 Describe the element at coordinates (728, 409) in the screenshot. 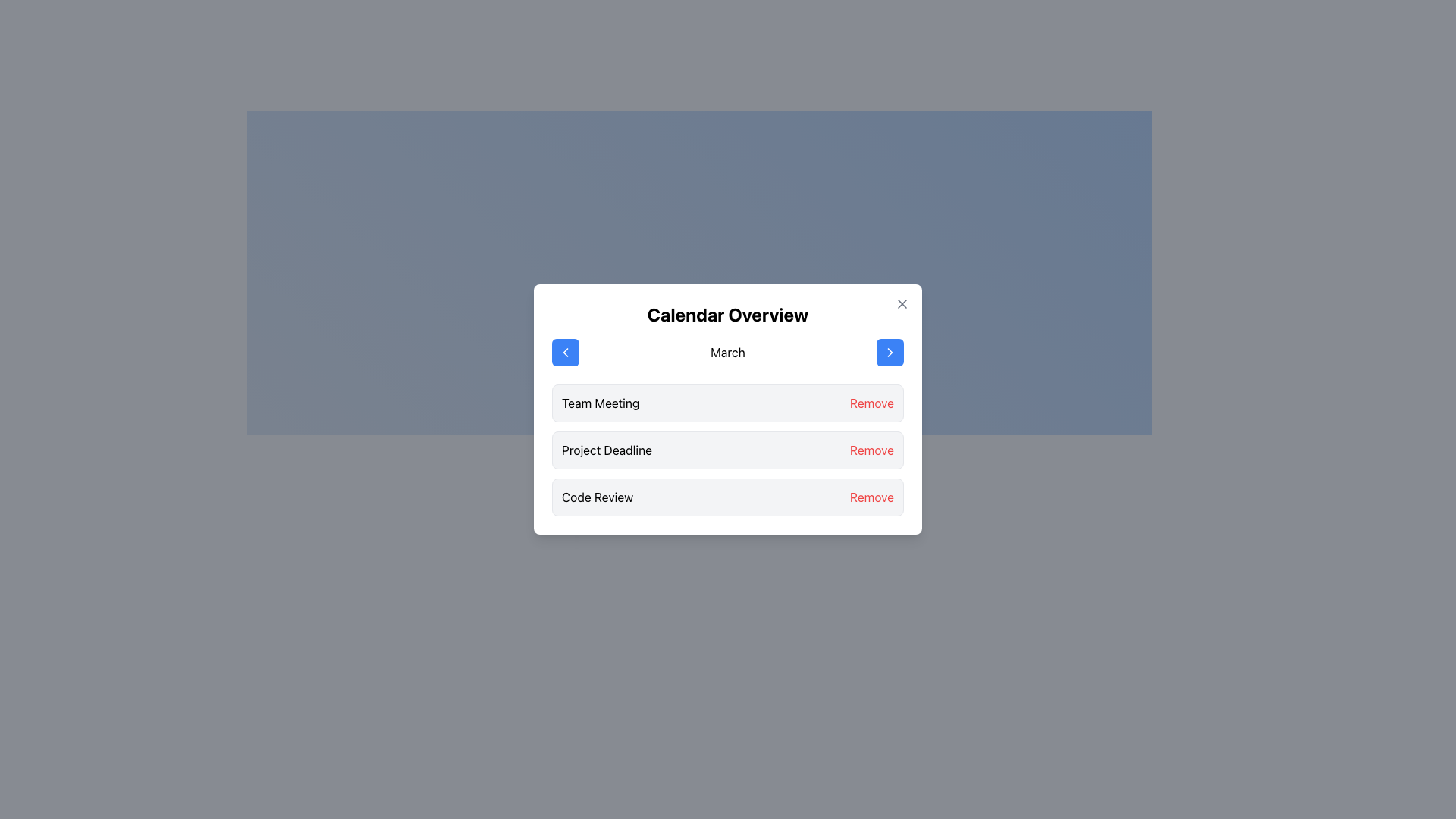

I see `list of events displayed in the Card UI Component located at the center of the modal dialog` at that location.